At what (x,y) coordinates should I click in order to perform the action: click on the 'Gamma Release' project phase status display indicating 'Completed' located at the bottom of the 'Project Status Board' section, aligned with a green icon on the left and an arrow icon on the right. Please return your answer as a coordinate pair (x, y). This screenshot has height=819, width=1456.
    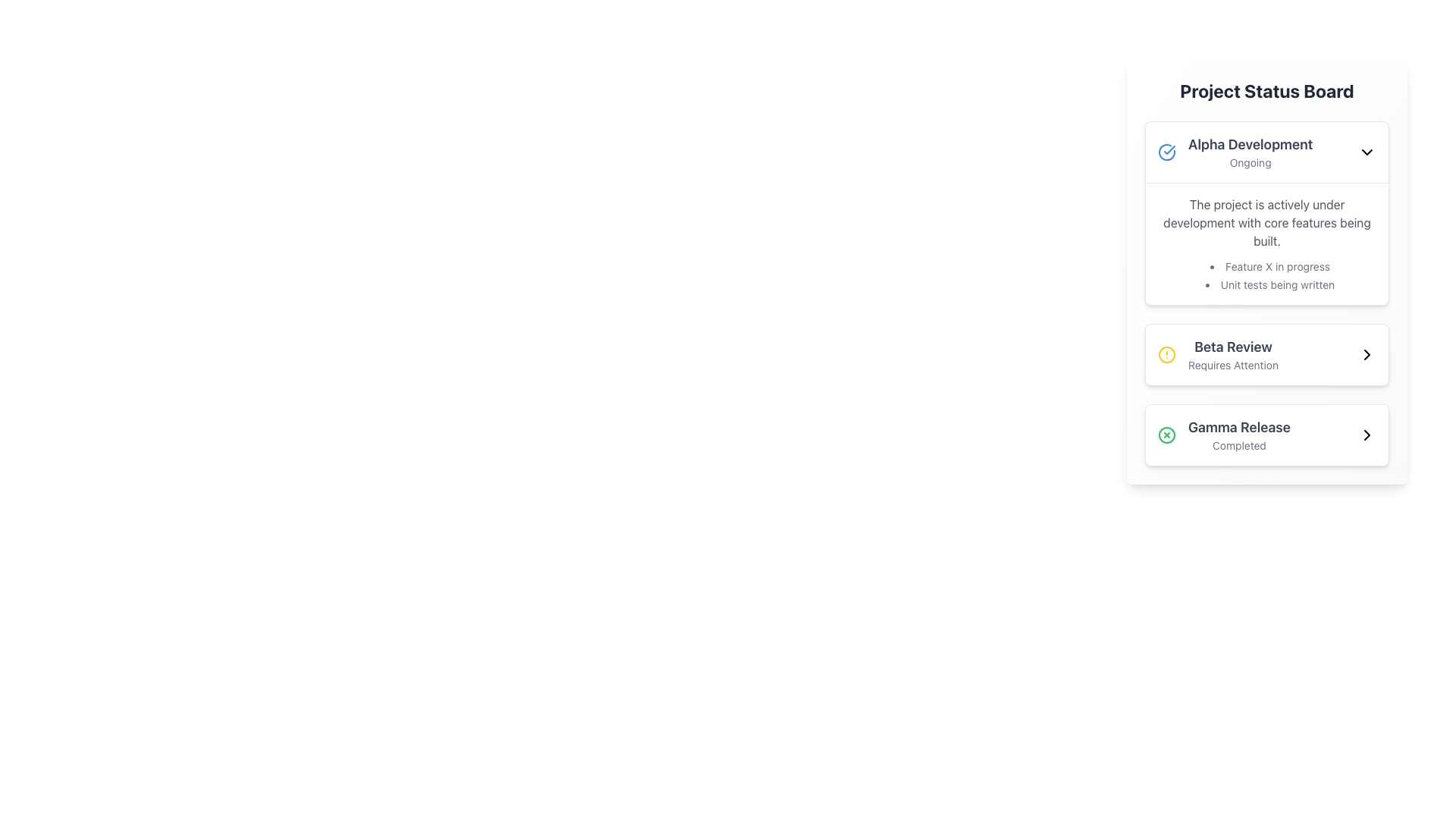
    Looking at the image, I should click on (1239, 435).